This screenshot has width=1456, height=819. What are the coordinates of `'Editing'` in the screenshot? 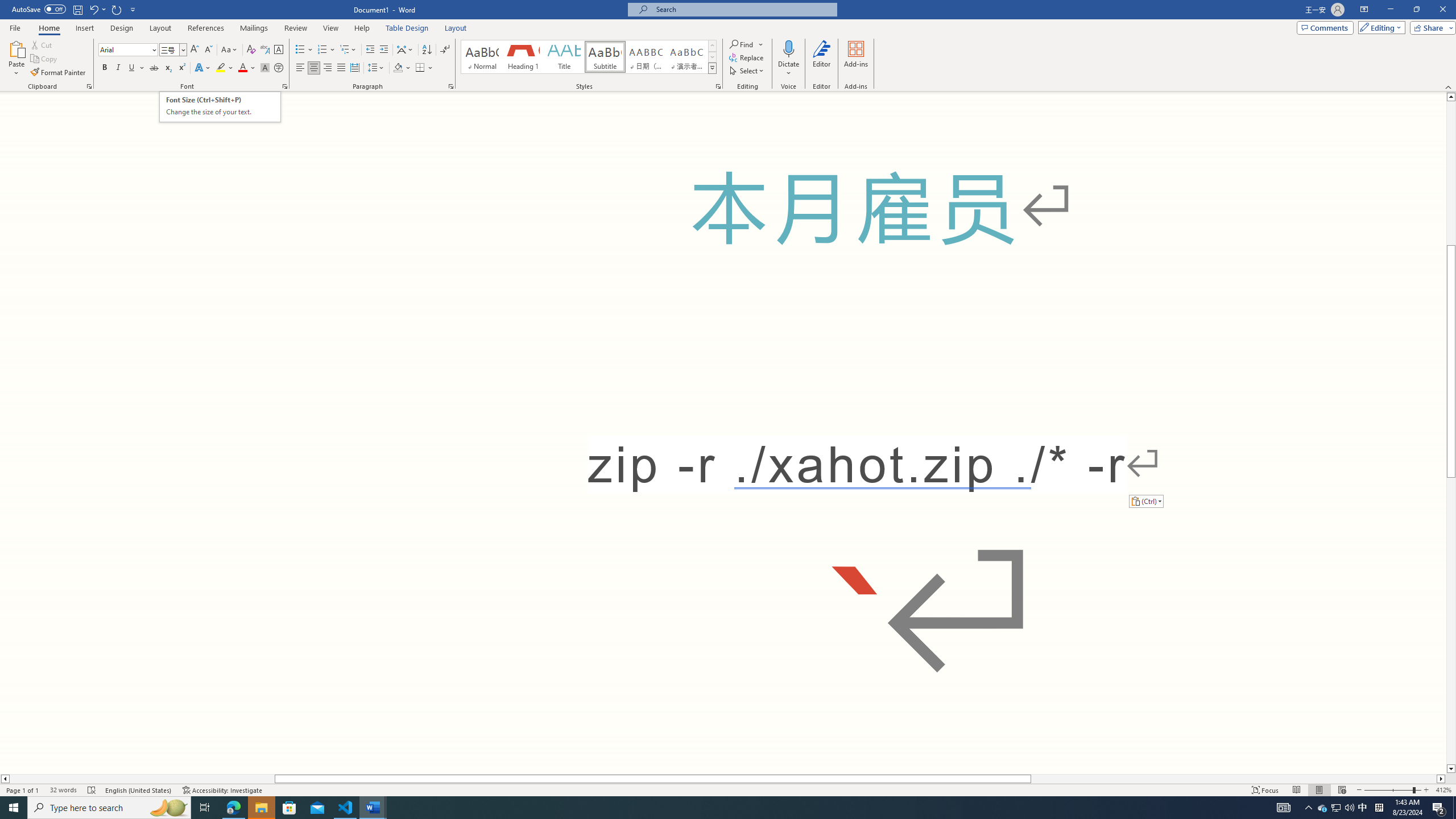 It's located at (1379, 27).